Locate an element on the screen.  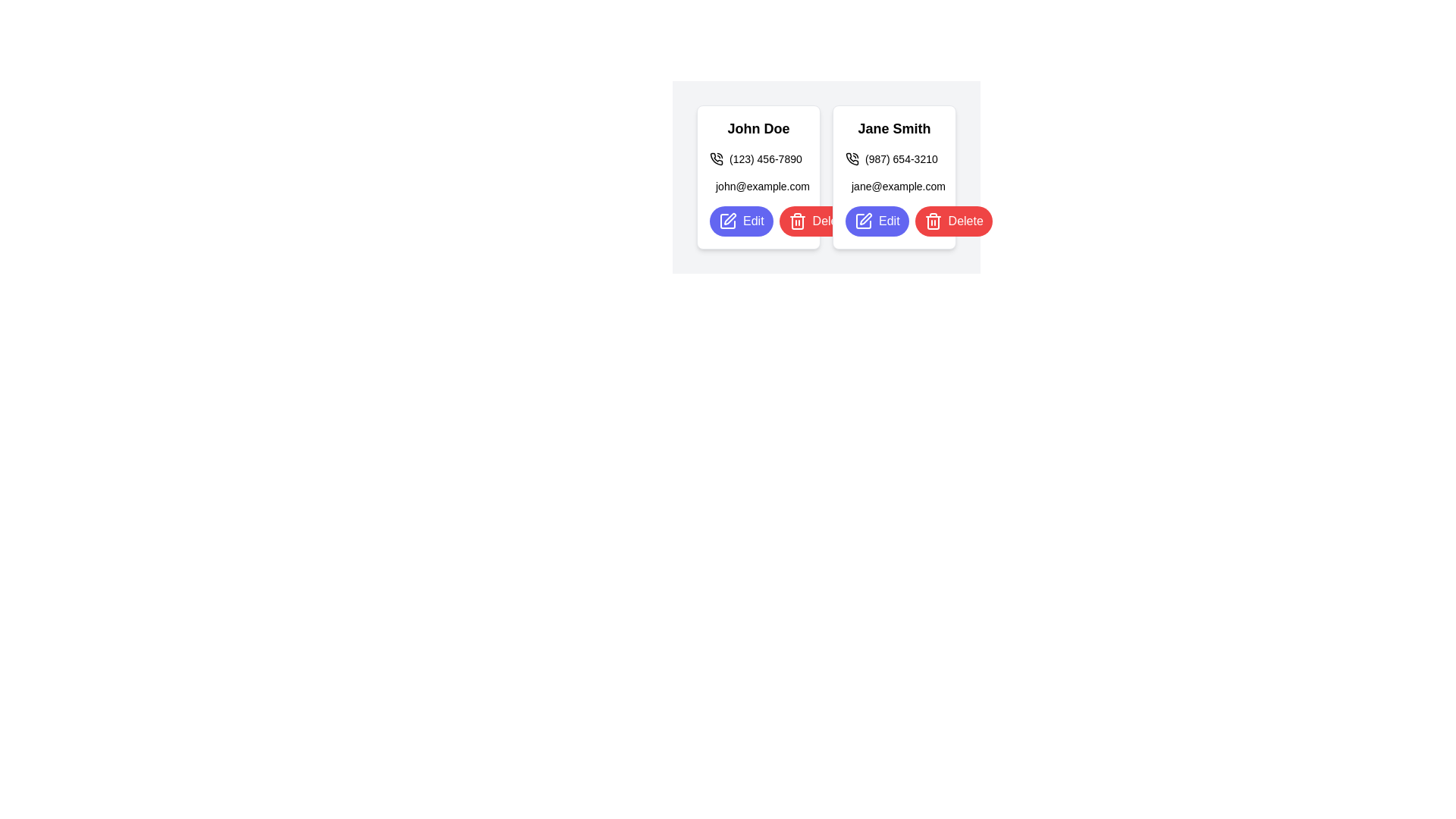
the graphical icon resembling a pen or pencil, part of the 'Edit' button associated with John Doe's contact information is located at coordinates (730, 219).